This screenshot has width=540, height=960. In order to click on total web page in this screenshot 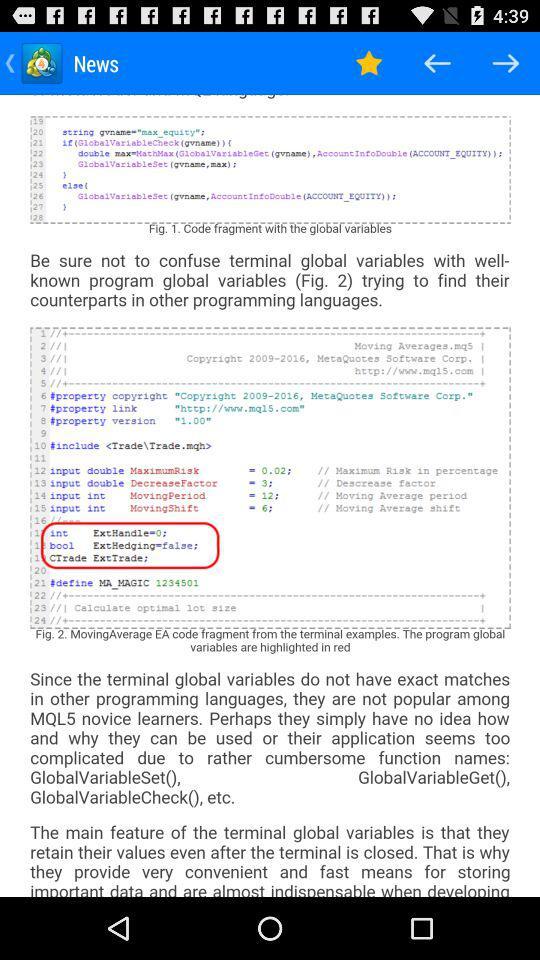, I will do `click(270, 494)`.